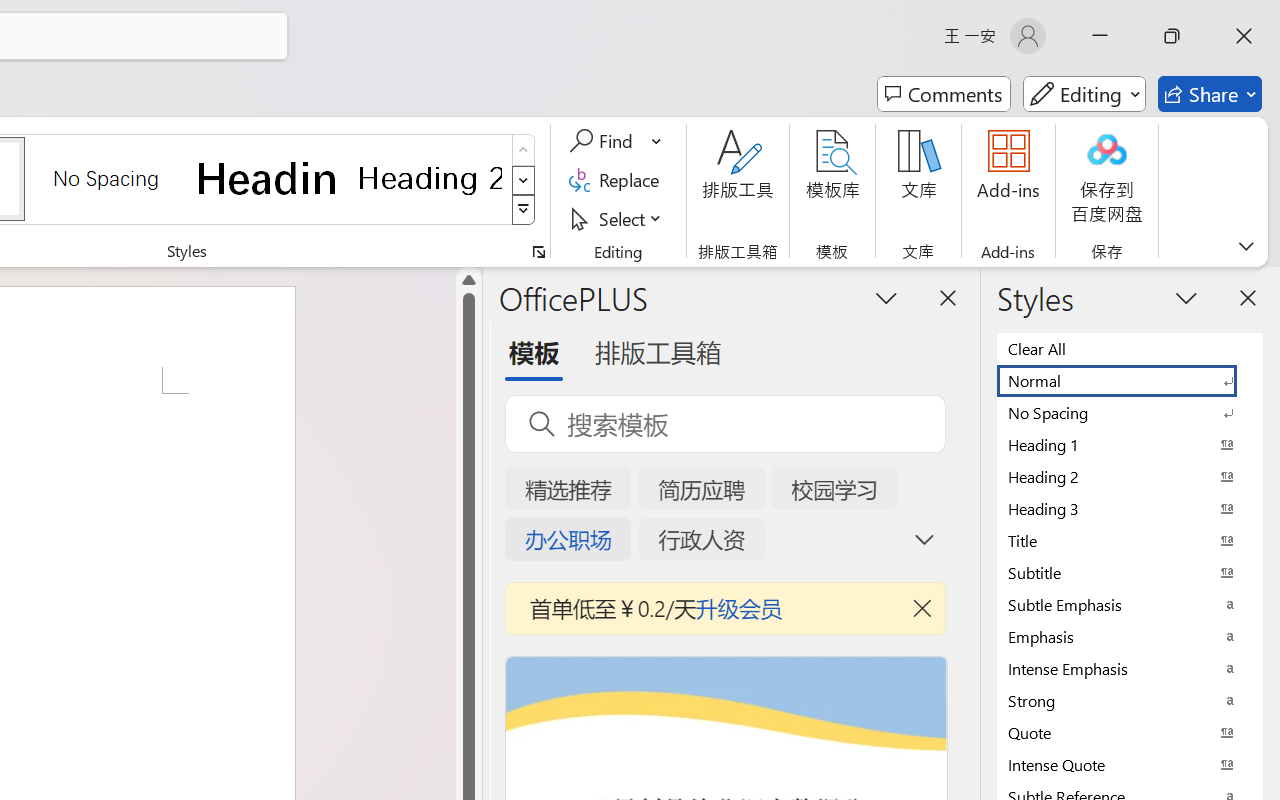  I want to click on 'Mode', so click(1083, 94).